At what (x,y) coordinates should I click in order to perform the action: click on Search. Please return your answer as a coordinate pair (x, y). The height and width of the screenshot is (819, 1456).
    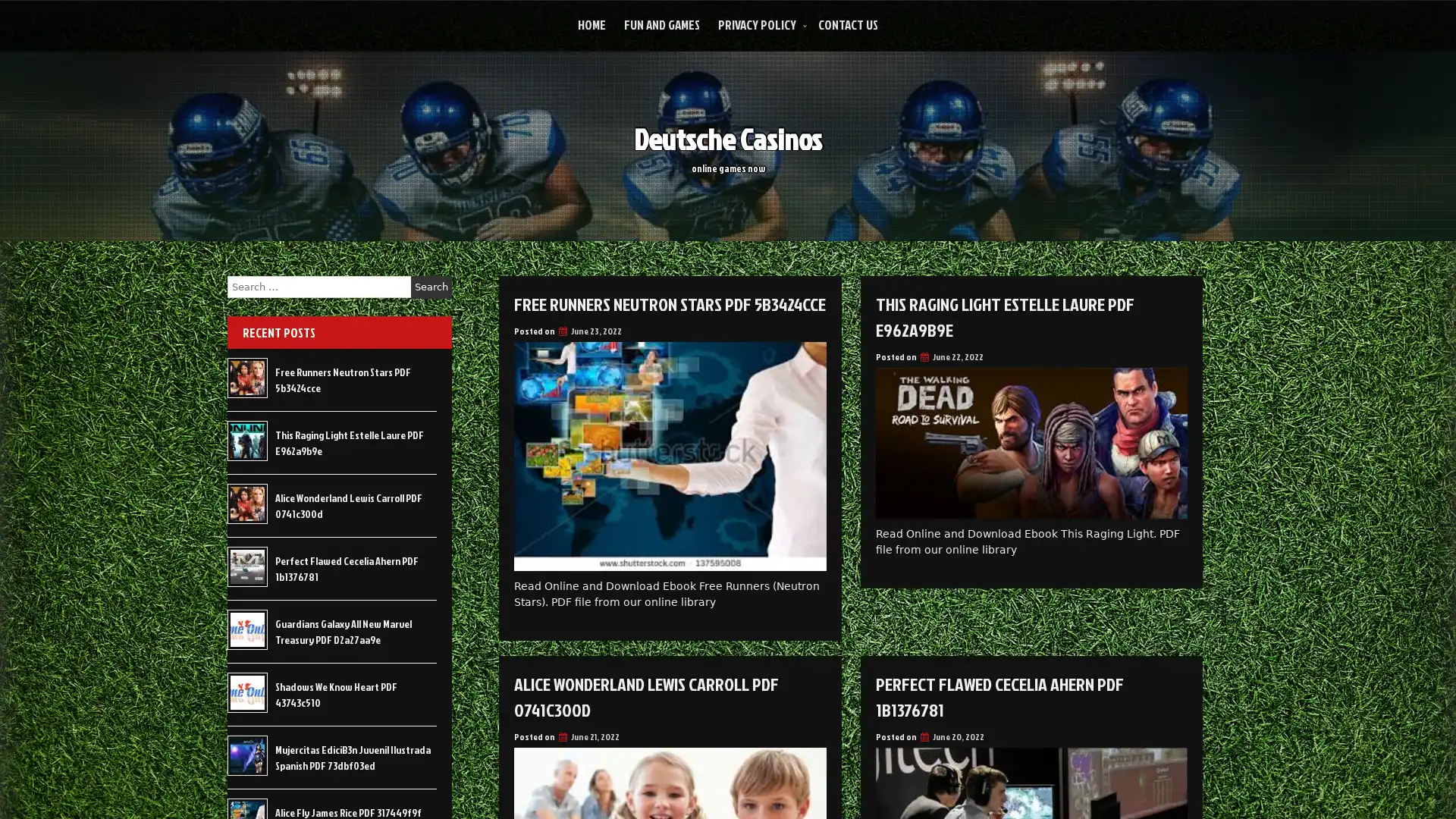
    Looking at the image, I should click on (431, 287).